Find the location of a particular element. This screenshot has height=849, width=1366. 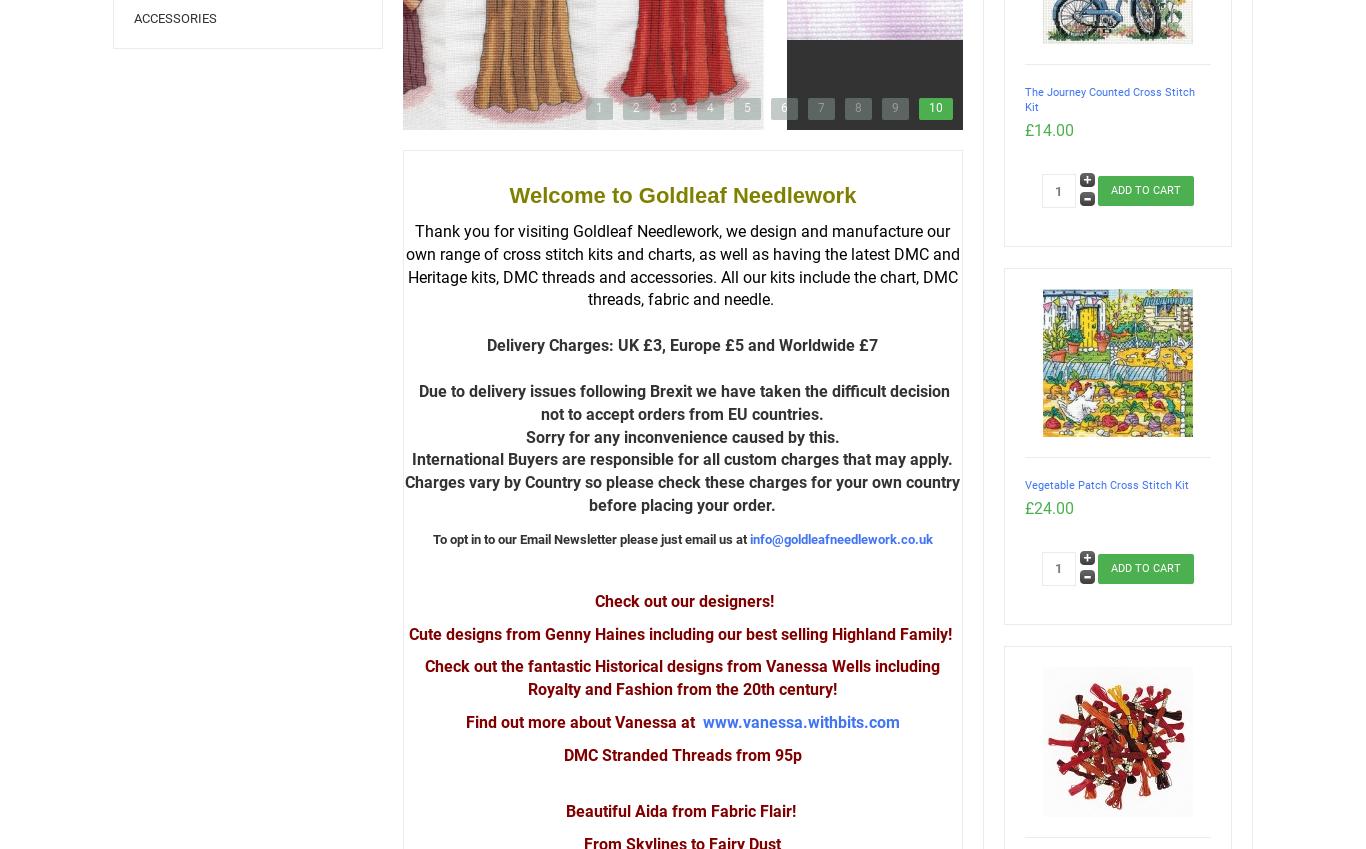

'Welcome to Goldleaf Needlework' is located at coordinates (508, 193).